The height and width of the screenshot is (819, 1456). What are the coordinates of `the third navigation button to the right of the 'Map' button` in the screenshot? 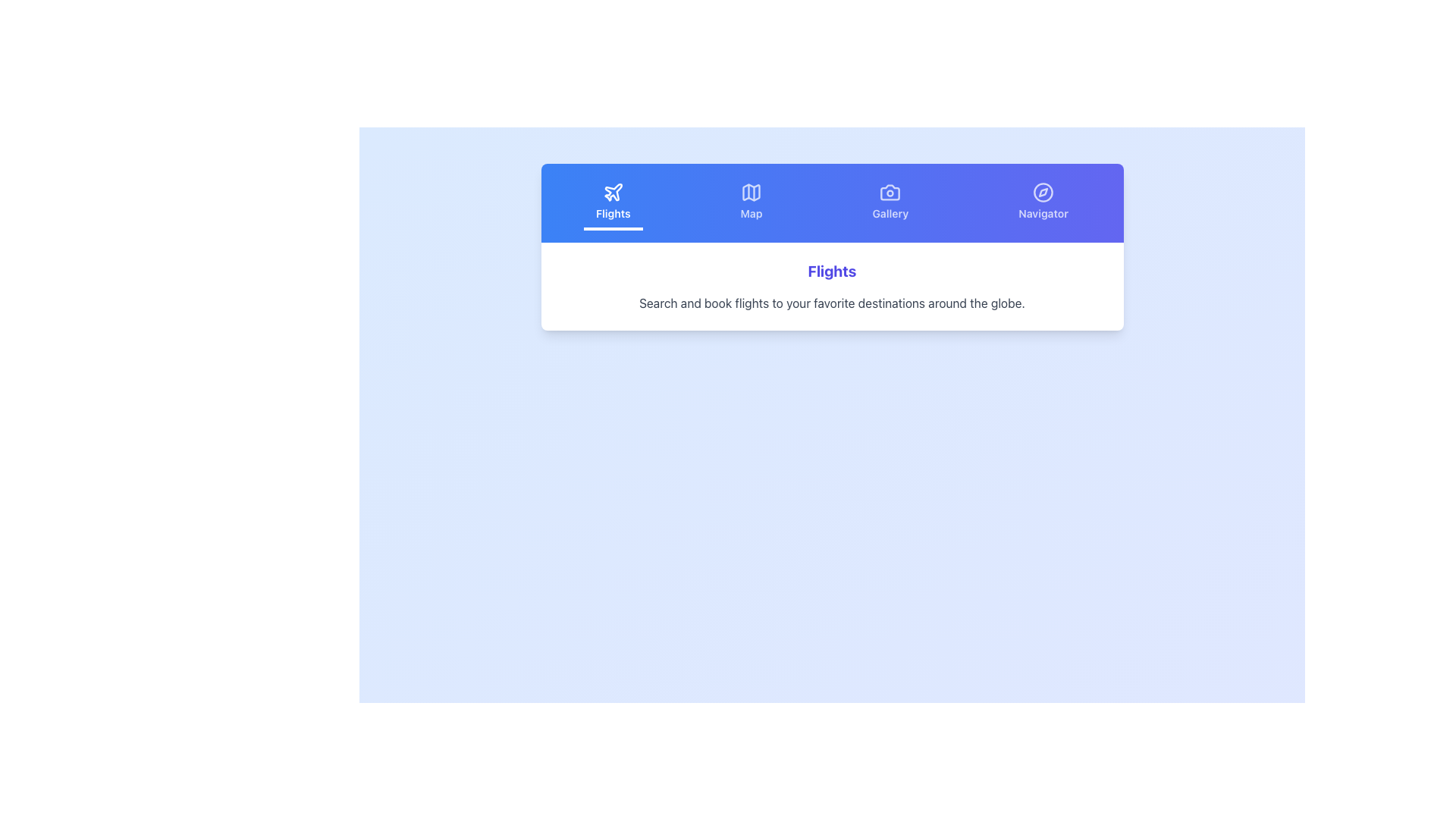 It's located at (890, 202).